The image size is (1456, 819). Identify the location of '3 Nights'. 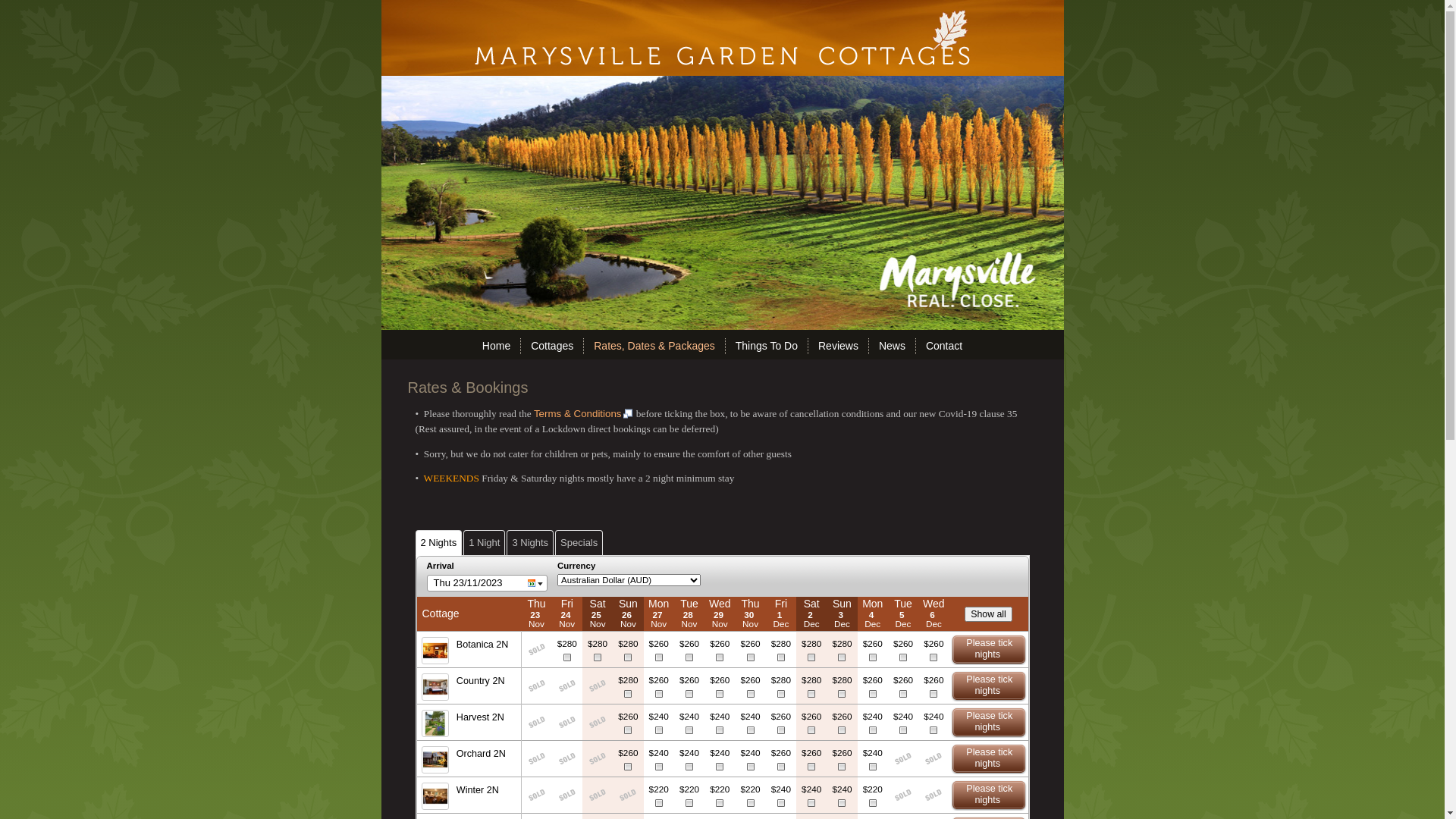
(530, 542).